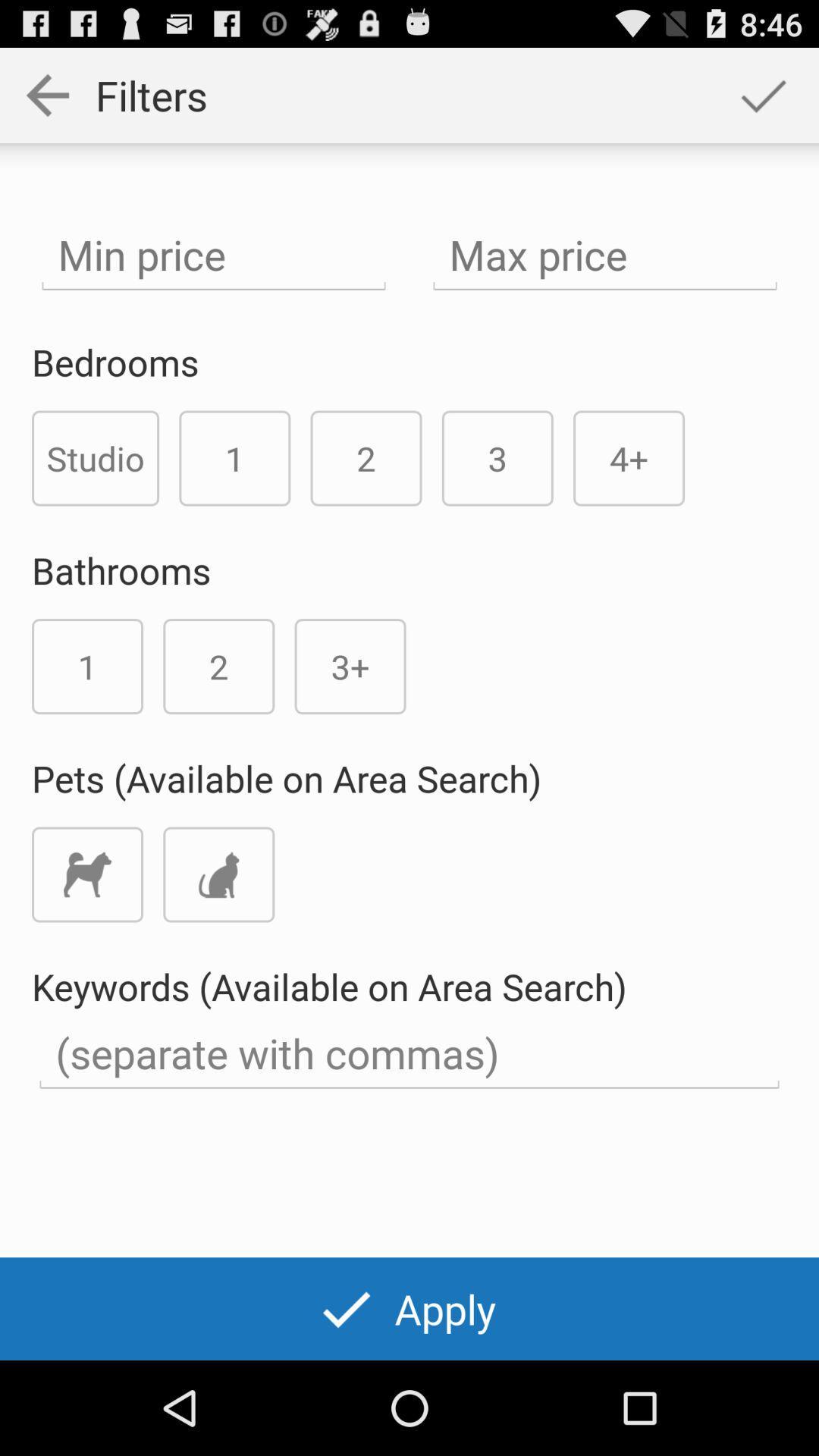  What do you see at coordinates (629, 457) in the screenshot?
I see `the icon next to 3 icon` at bounding box center [629, 457].